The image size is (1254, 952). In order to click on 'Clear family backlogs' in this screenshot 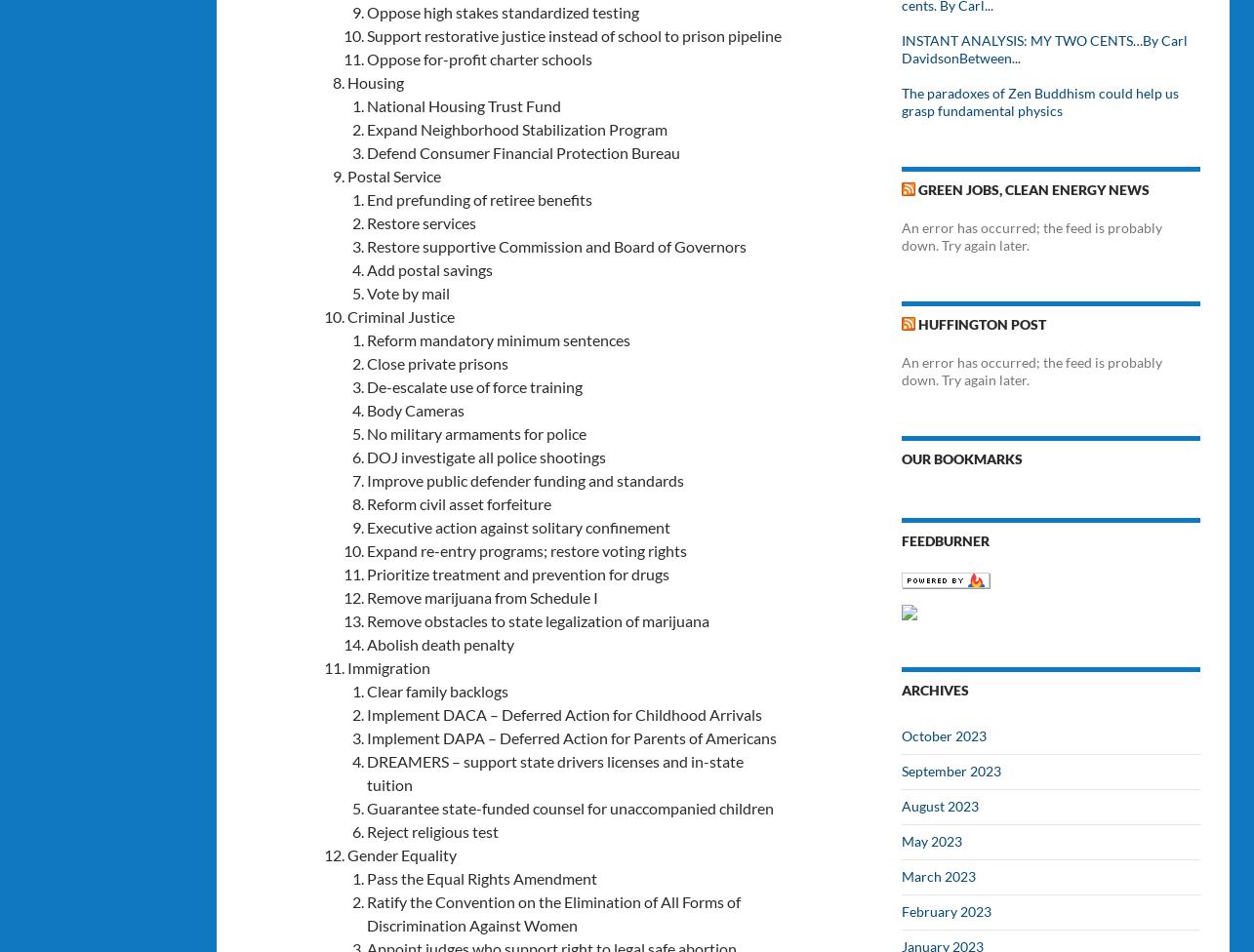, I will do `click(437, 689)`.